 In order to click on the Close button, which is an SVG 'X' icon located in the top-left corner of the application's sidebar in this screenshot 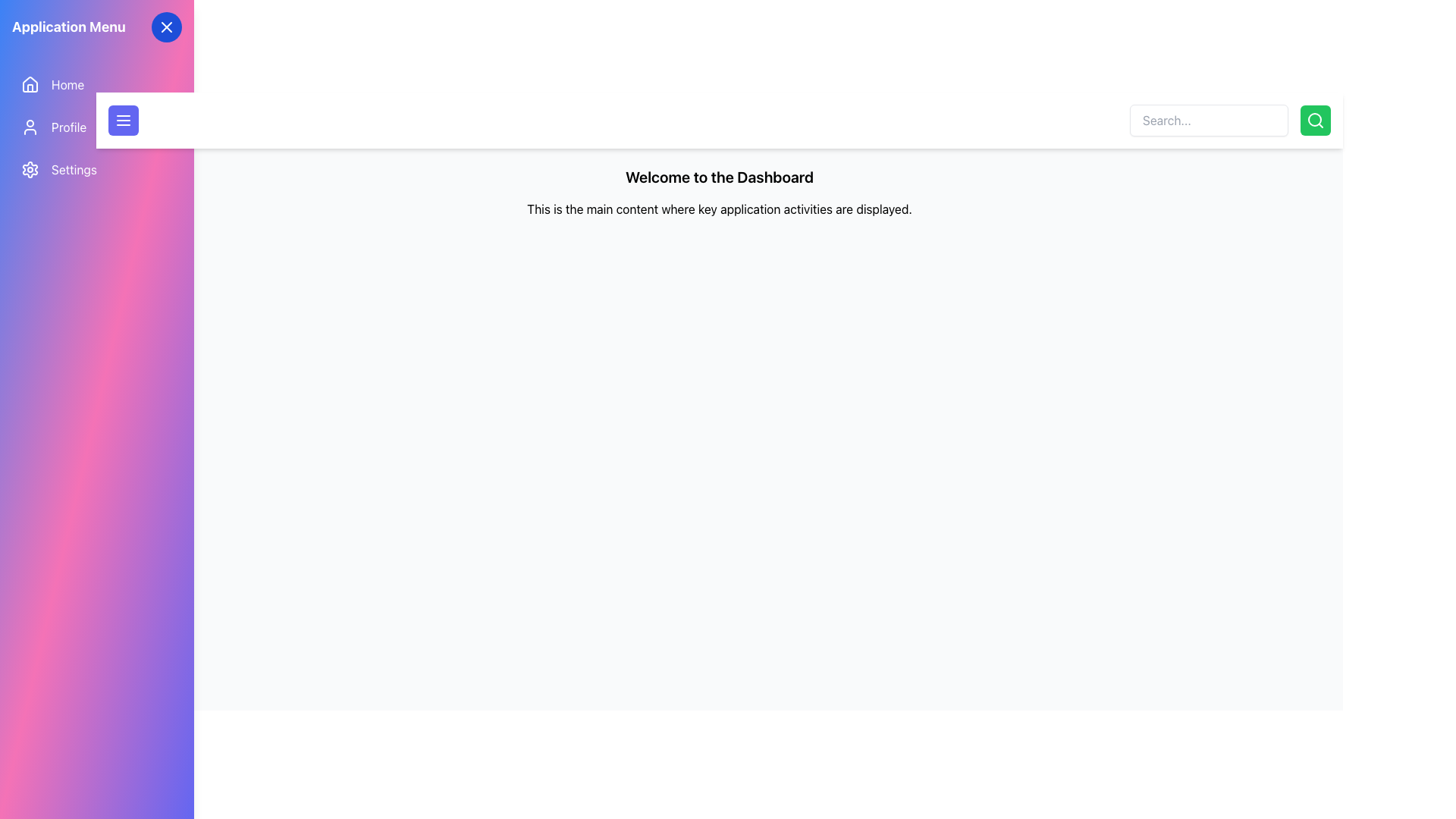, I will do `click(167, 27)`.